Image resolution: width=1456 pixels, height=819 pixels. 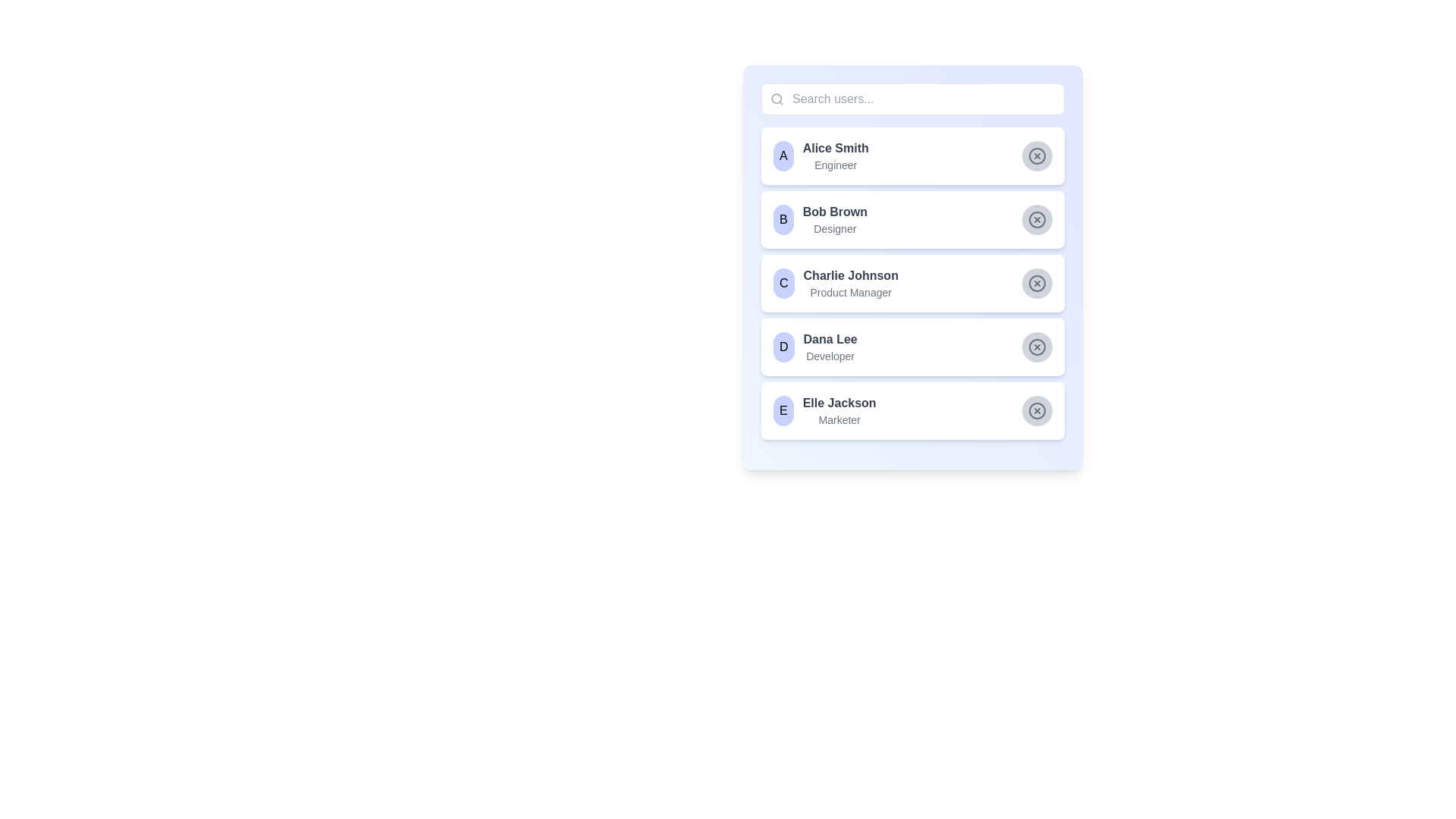 I want to click on to select the user entry represented by the List Item containing an avatar and textual details, which is the fifth item in a vertically stacked list on the right side of the interface, so click(x=824, y=411).